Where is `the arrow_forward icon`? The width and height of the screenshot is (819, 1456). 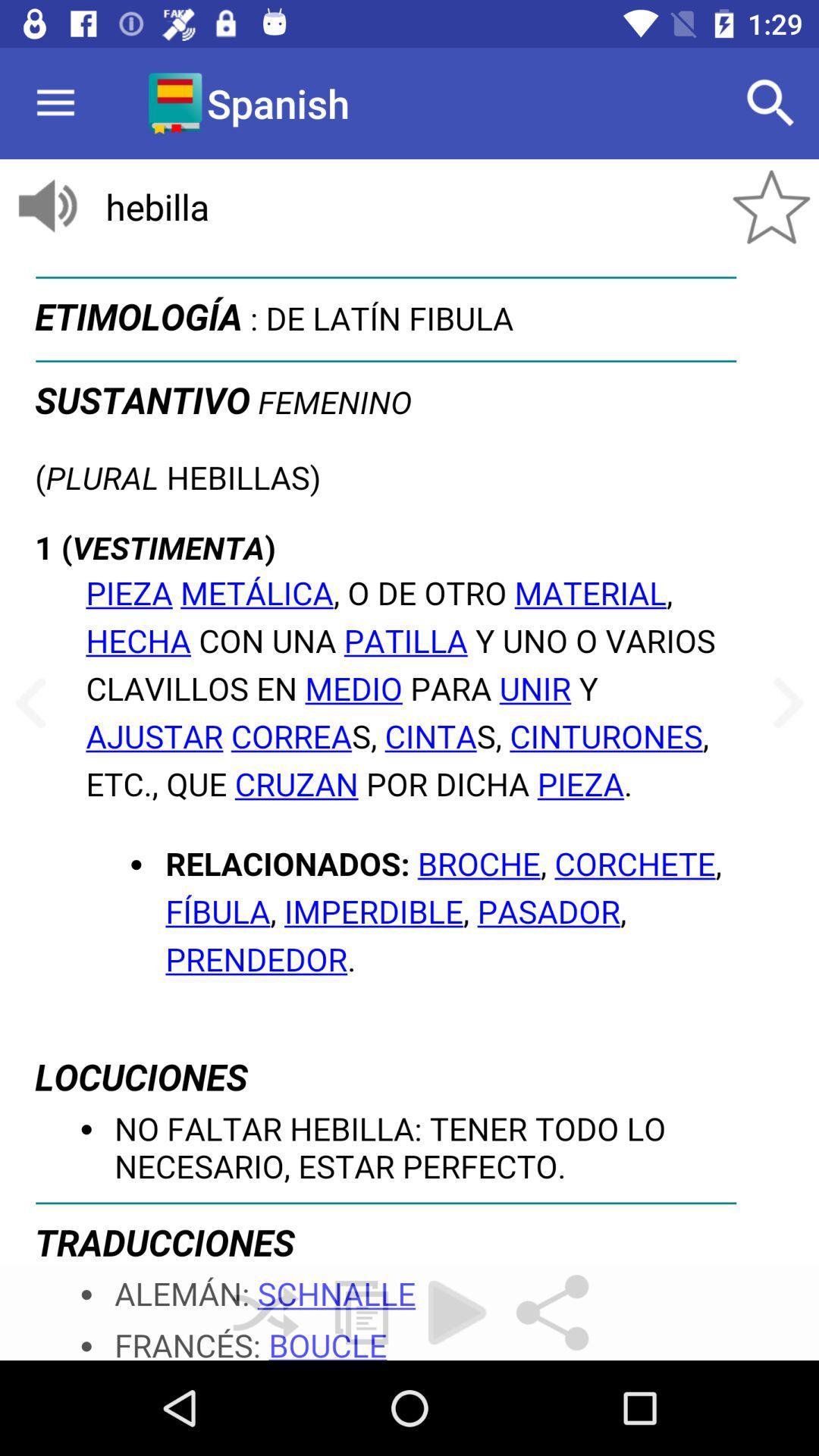
the arrow_forward icon is located at coordinates (783, 703).